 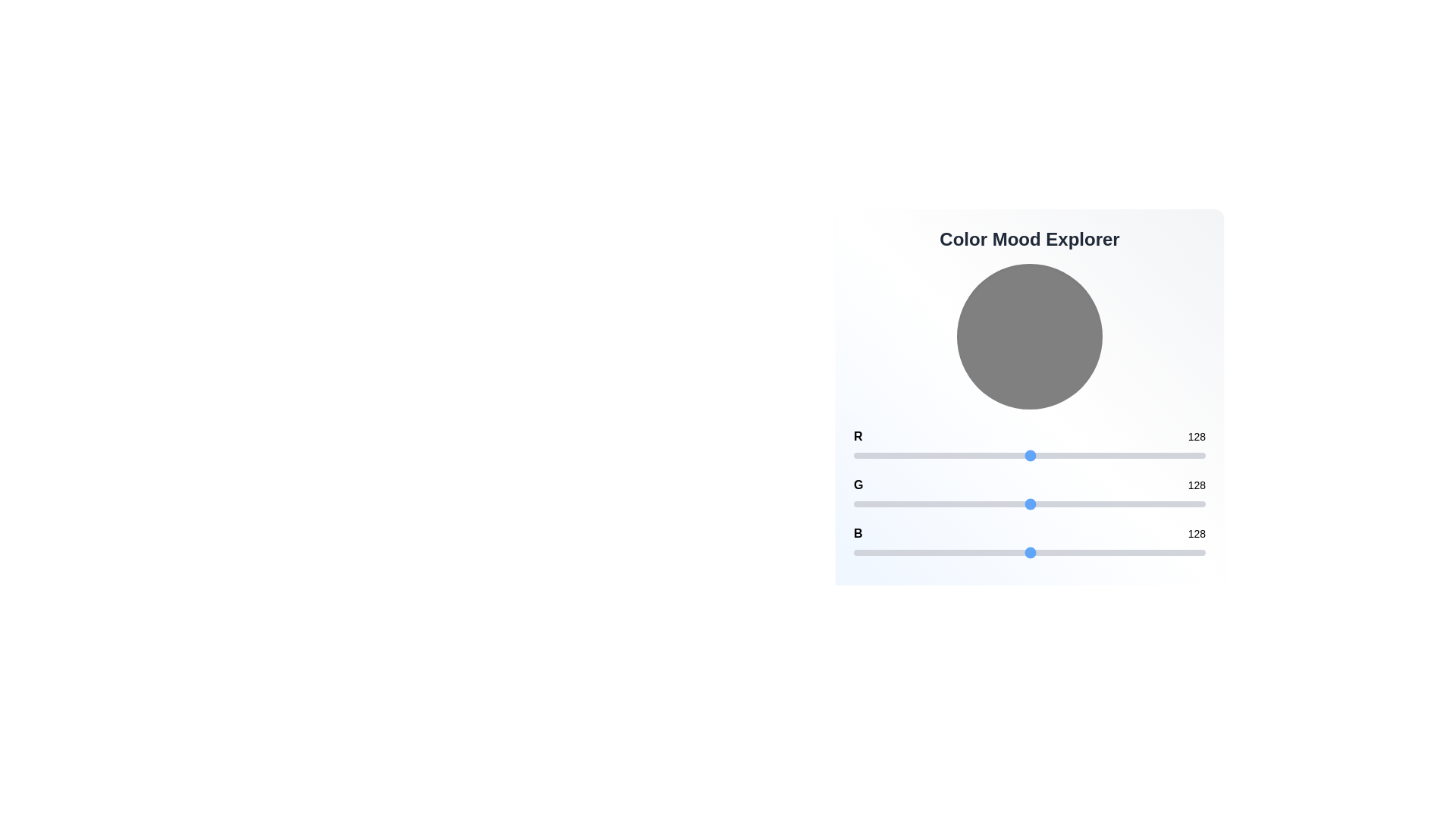 I want to click on the blue channel slider to set the value to 232, so click(x=1173, y=553).